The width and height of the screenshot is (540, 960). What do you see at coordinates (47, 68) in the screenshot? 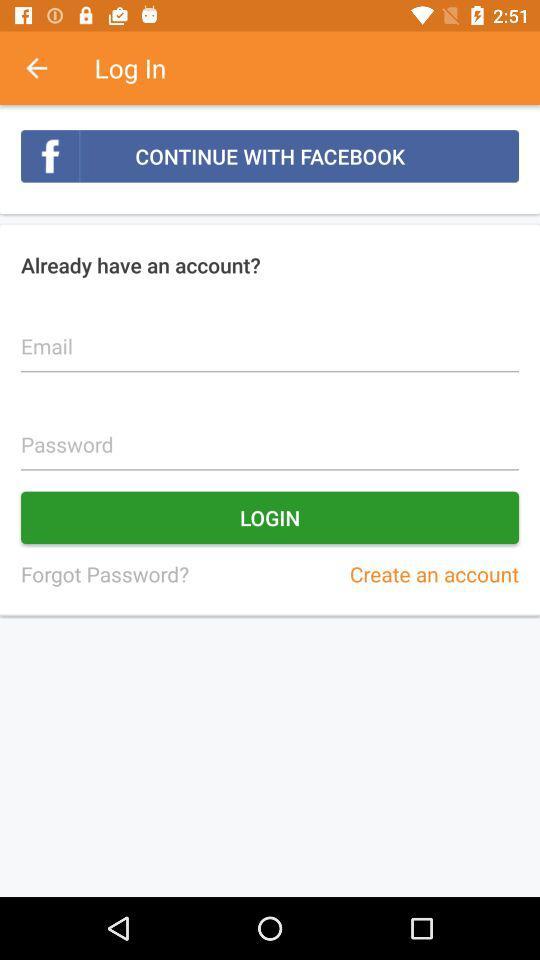
I see `go back` at bounding box center [47, 68].